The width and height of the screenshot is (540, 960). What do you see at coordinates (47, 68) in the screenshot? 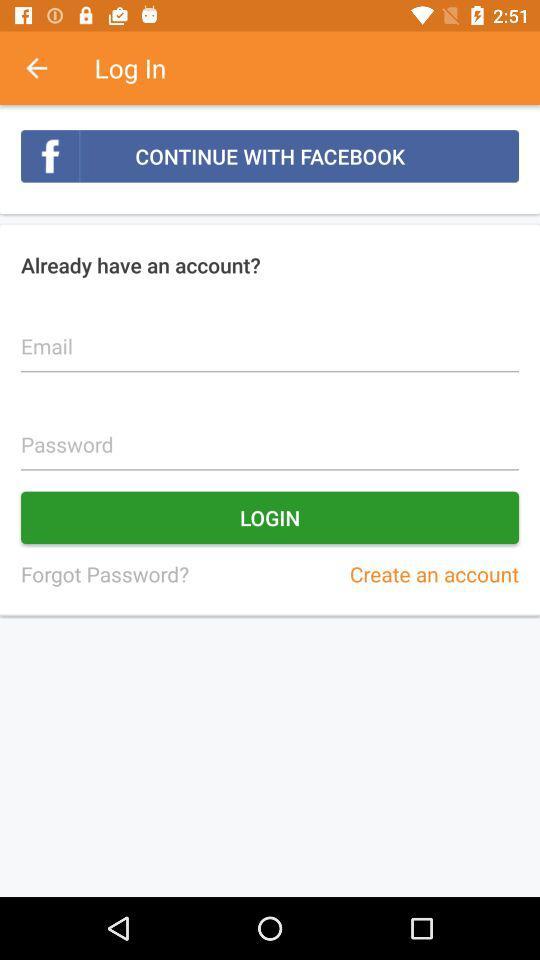
I see `go back` at bounding box center [47, 68].